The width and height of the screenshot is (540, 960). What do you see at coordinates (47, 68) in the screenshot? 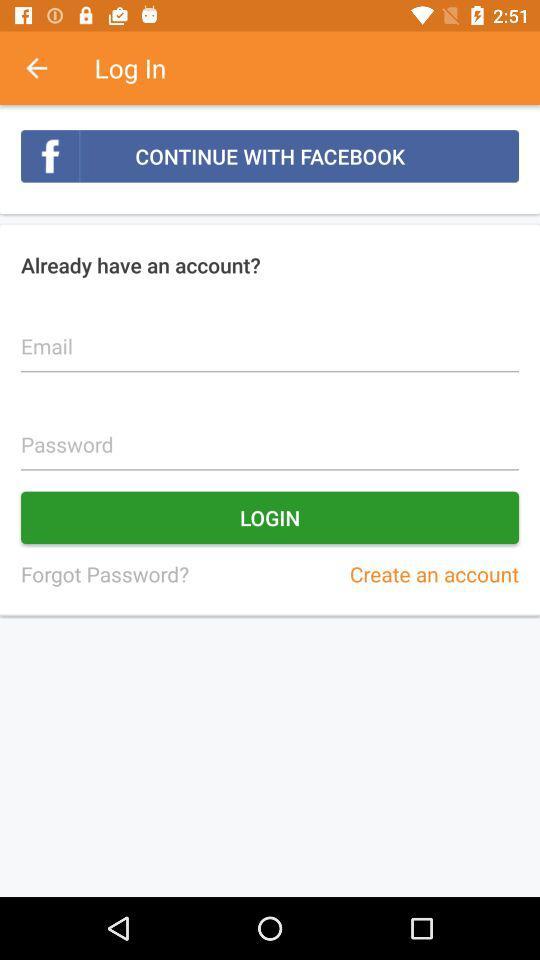
I see `go back` at bounding box center [47, 68].